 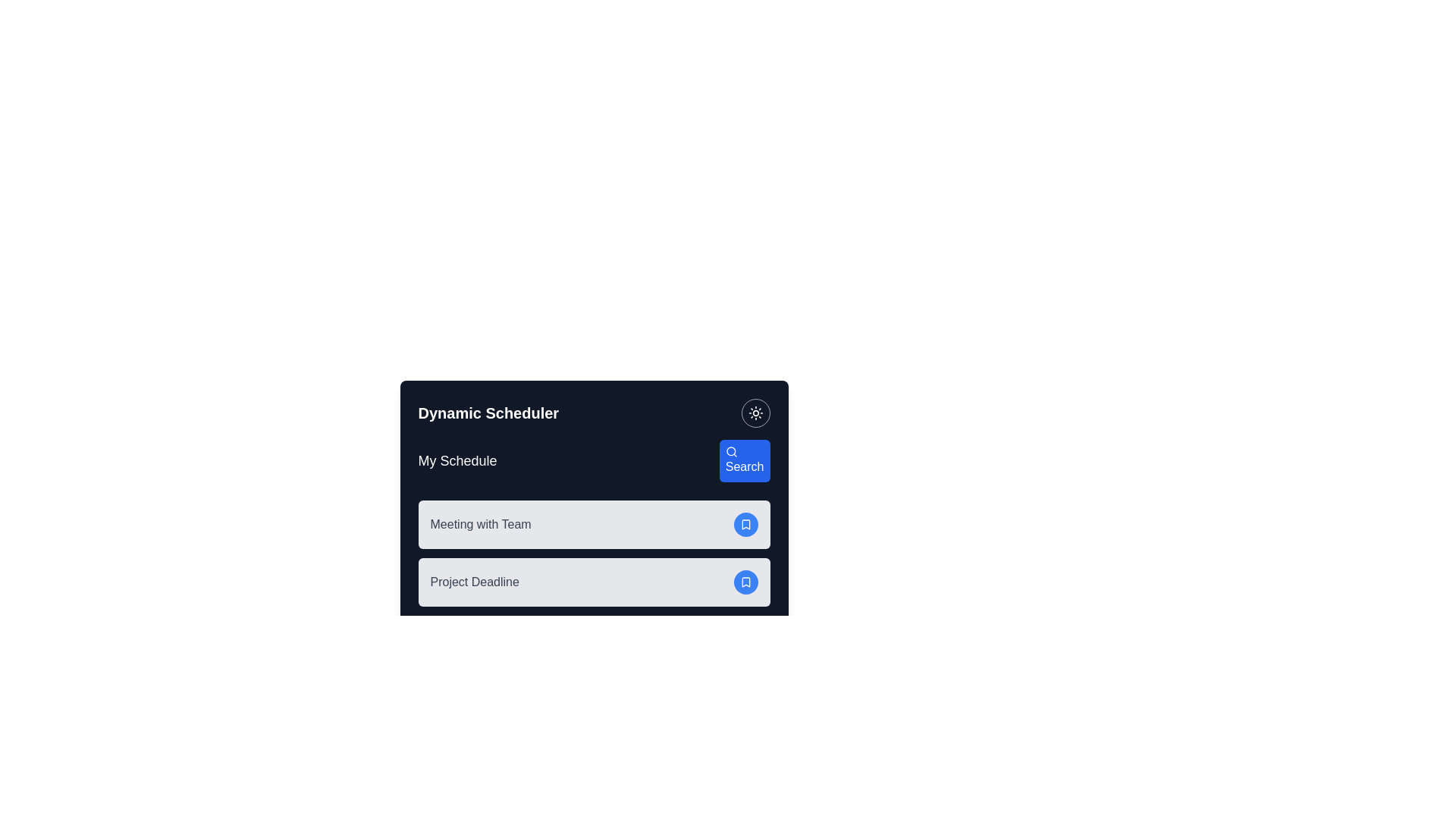 What do you see at coordinates (745, 581) in the screenshot?
I see `the bookmark icon within the blue circular button on the far-right of the 'Project Deadline' list item` at bounding box center [745, 581].